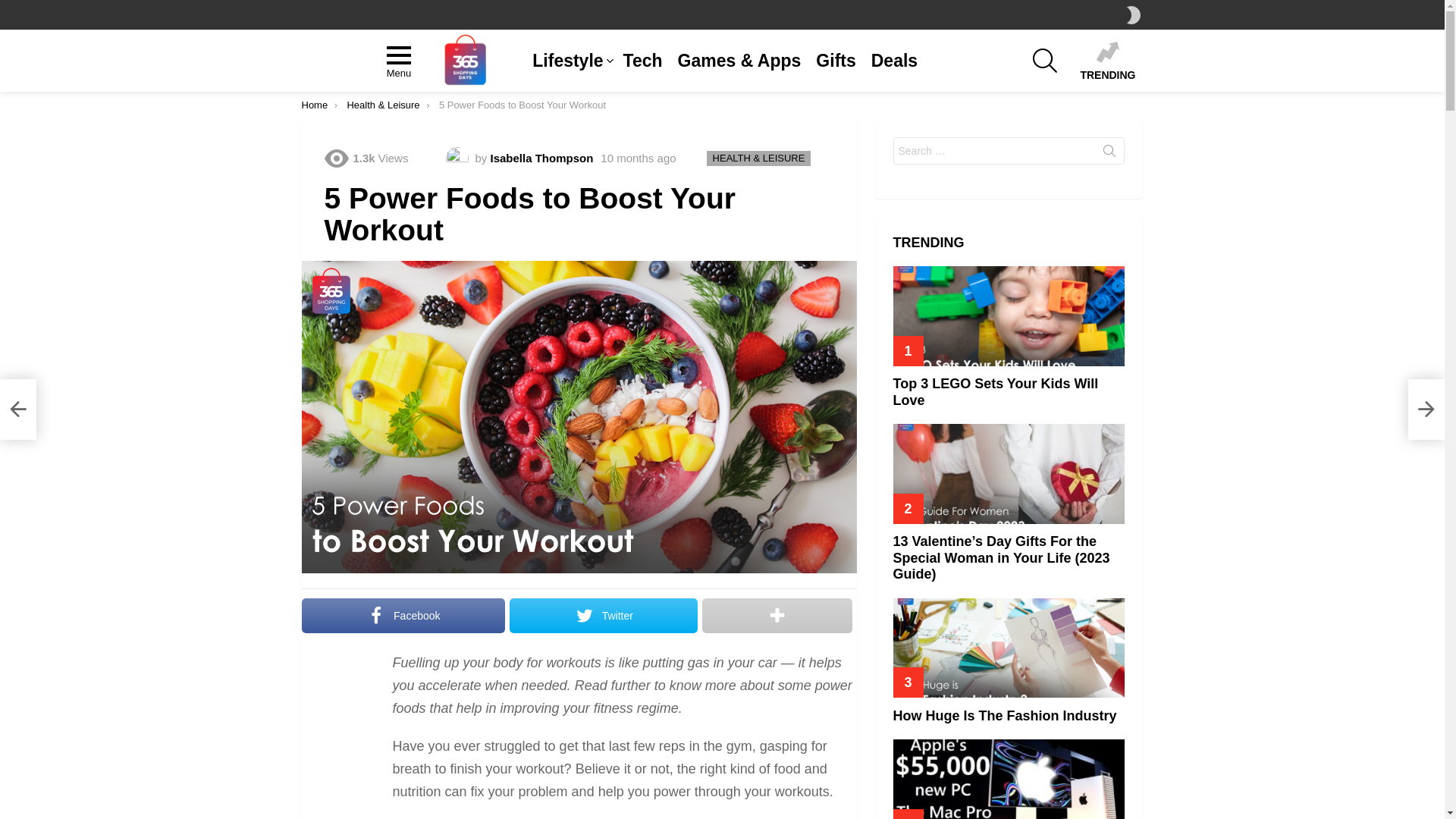  What do you see at coordinates (1109, 154) in the screenshot?
I see `'Search'` at bounding box center [1109, 154].